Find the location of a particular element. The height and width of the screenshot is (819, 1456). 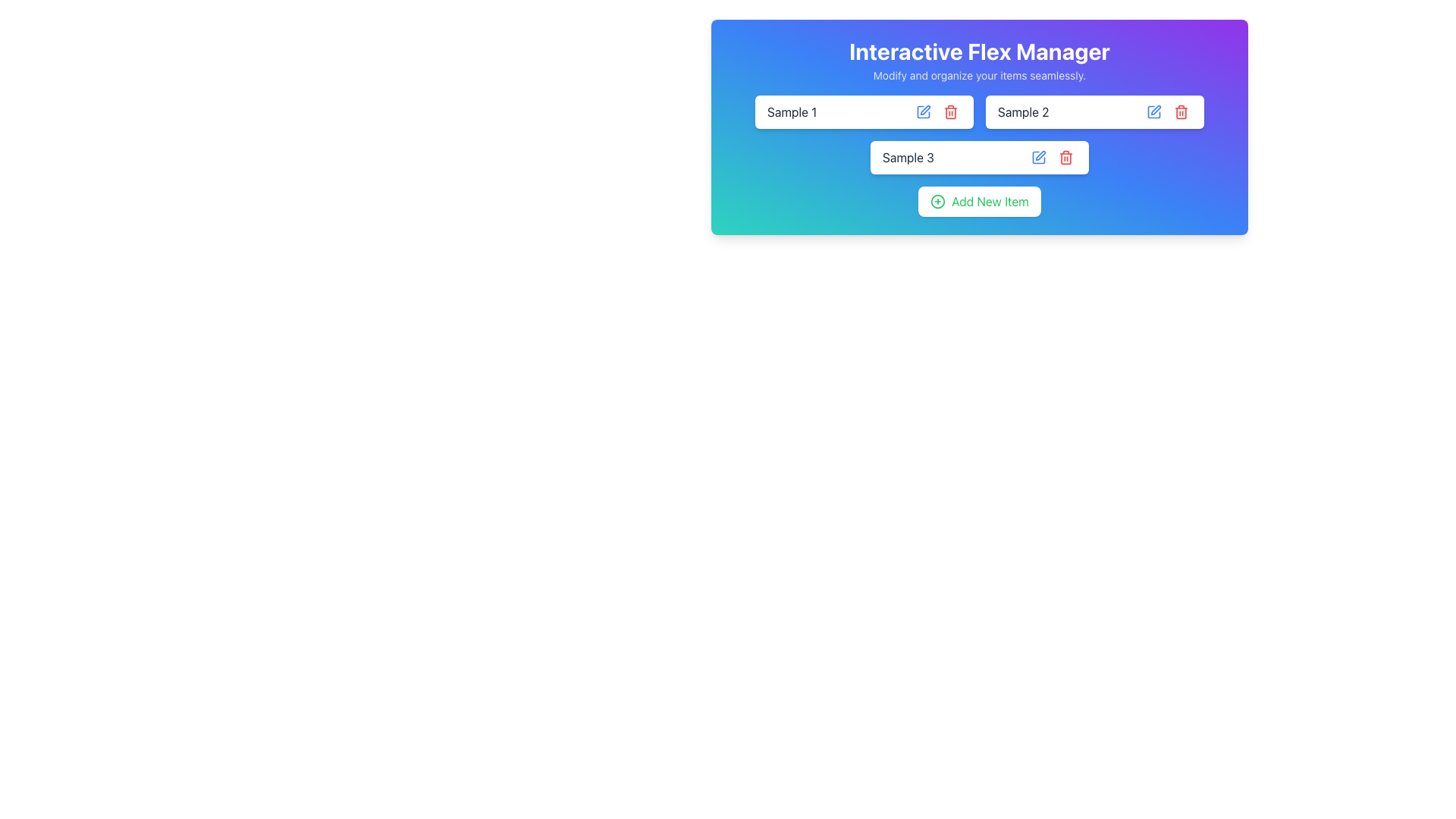

the edit button SVG icon located on the top-right of the 'Sample 1' text input field is located at coordinates (923, 111).